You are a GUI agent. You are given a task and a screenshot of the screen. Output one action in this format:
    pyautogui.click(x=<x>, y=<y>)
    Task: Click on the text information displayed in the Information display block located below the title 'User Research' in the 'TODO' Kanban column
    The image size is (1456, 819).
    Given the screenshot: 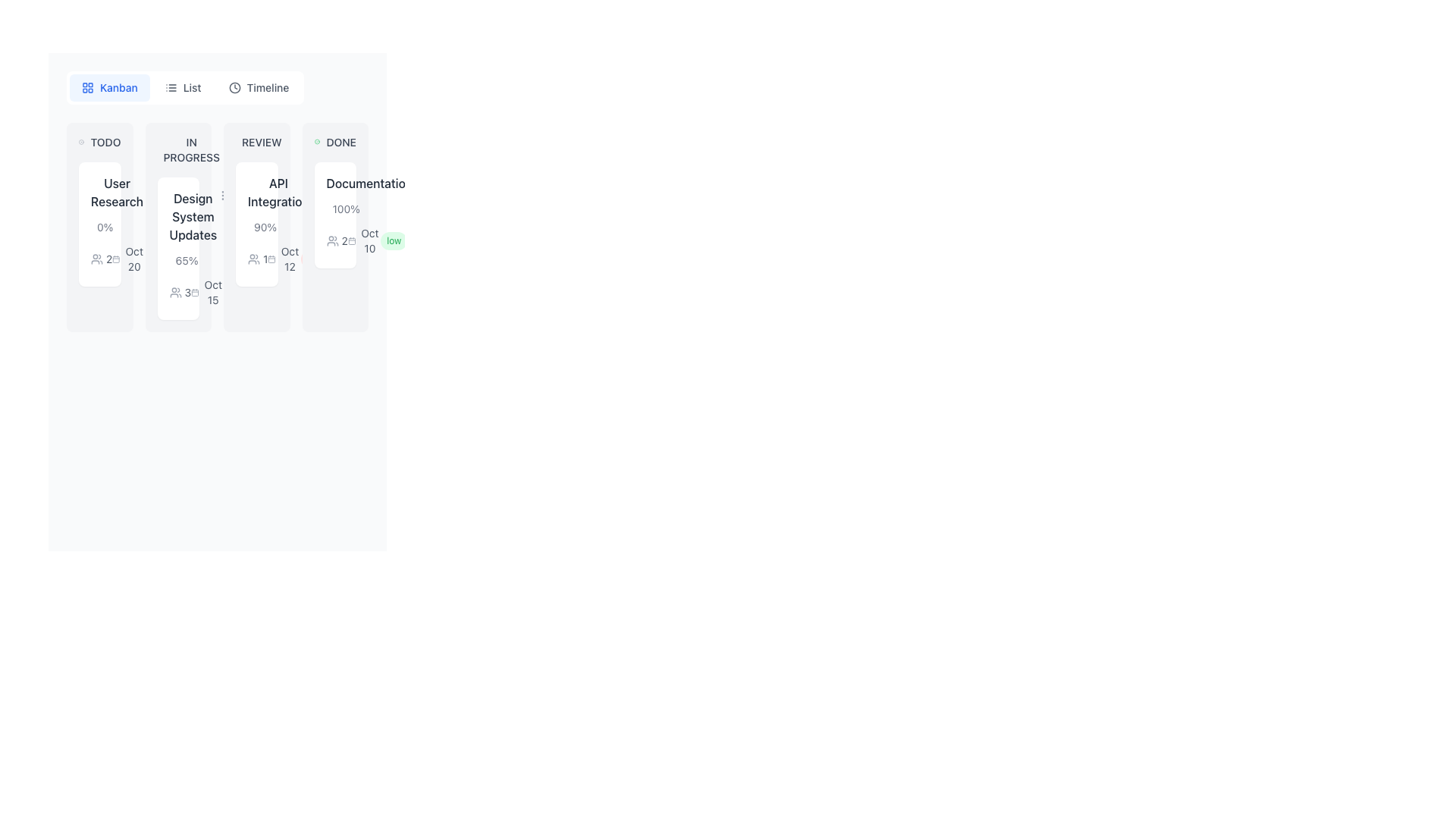 What is the action you would take?
    pyautogui.click(x=99, y=246)
    